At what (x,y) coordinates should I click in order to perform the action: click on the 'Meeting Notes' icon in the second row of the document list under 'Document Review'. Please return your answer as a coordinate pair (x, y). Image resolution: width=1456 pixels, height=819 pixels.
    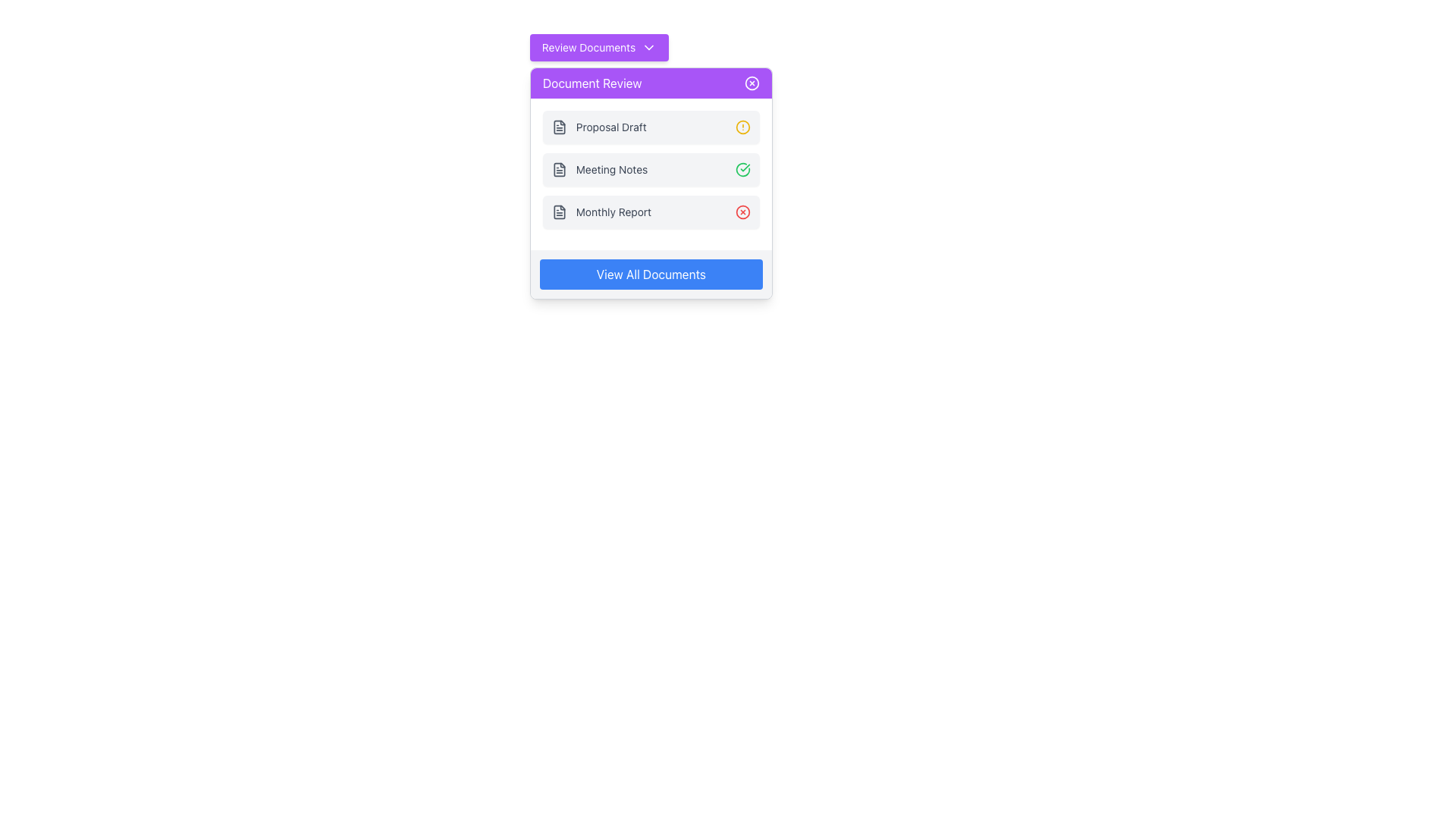
    Looking at the image, I should click on (558, 169).